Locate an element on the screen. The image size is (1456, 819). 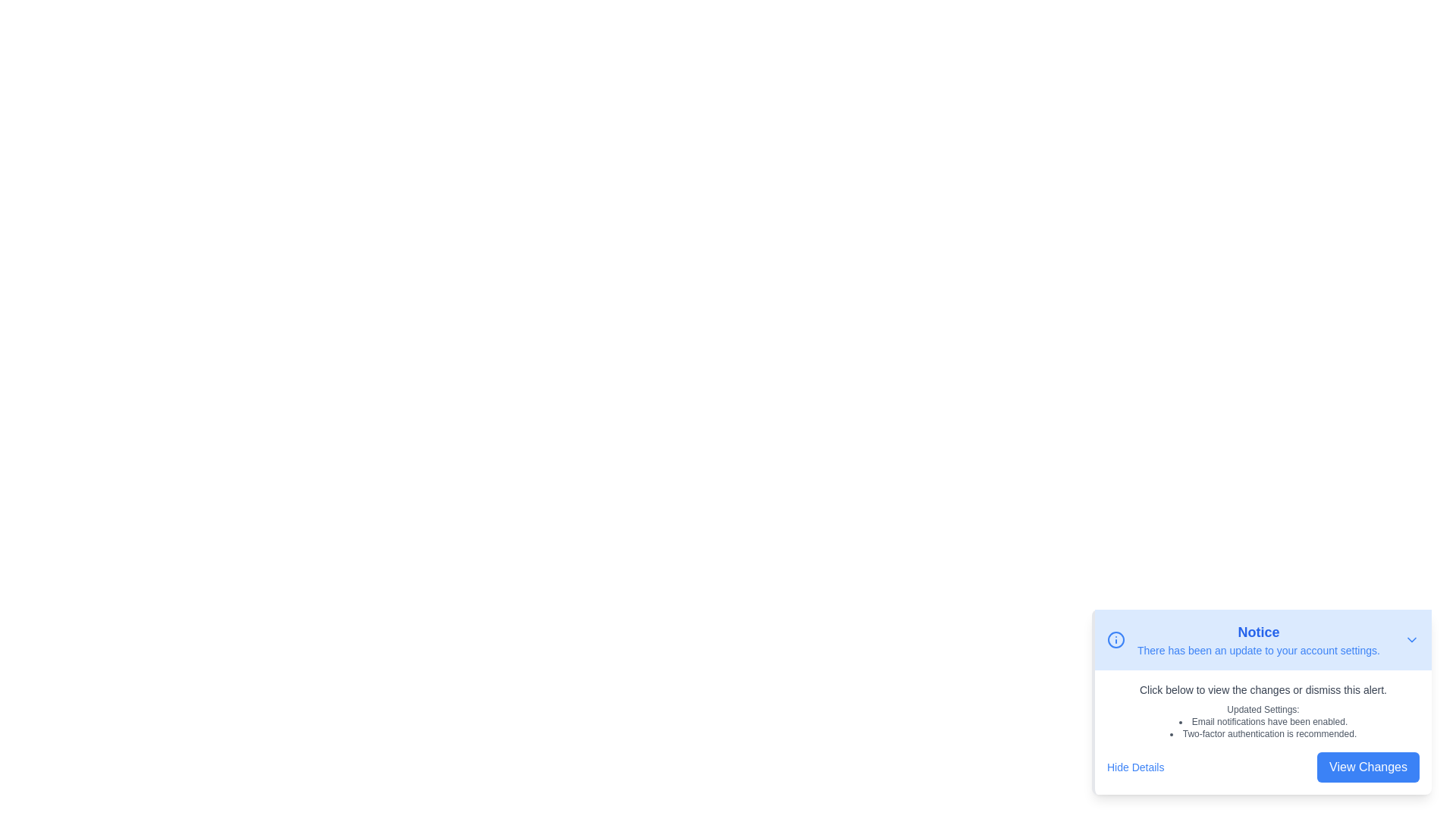
the text 'Two-factor authentication is recommended.' which is the second item in a bullet point list within a context box is located at coordinates (1263, 733).